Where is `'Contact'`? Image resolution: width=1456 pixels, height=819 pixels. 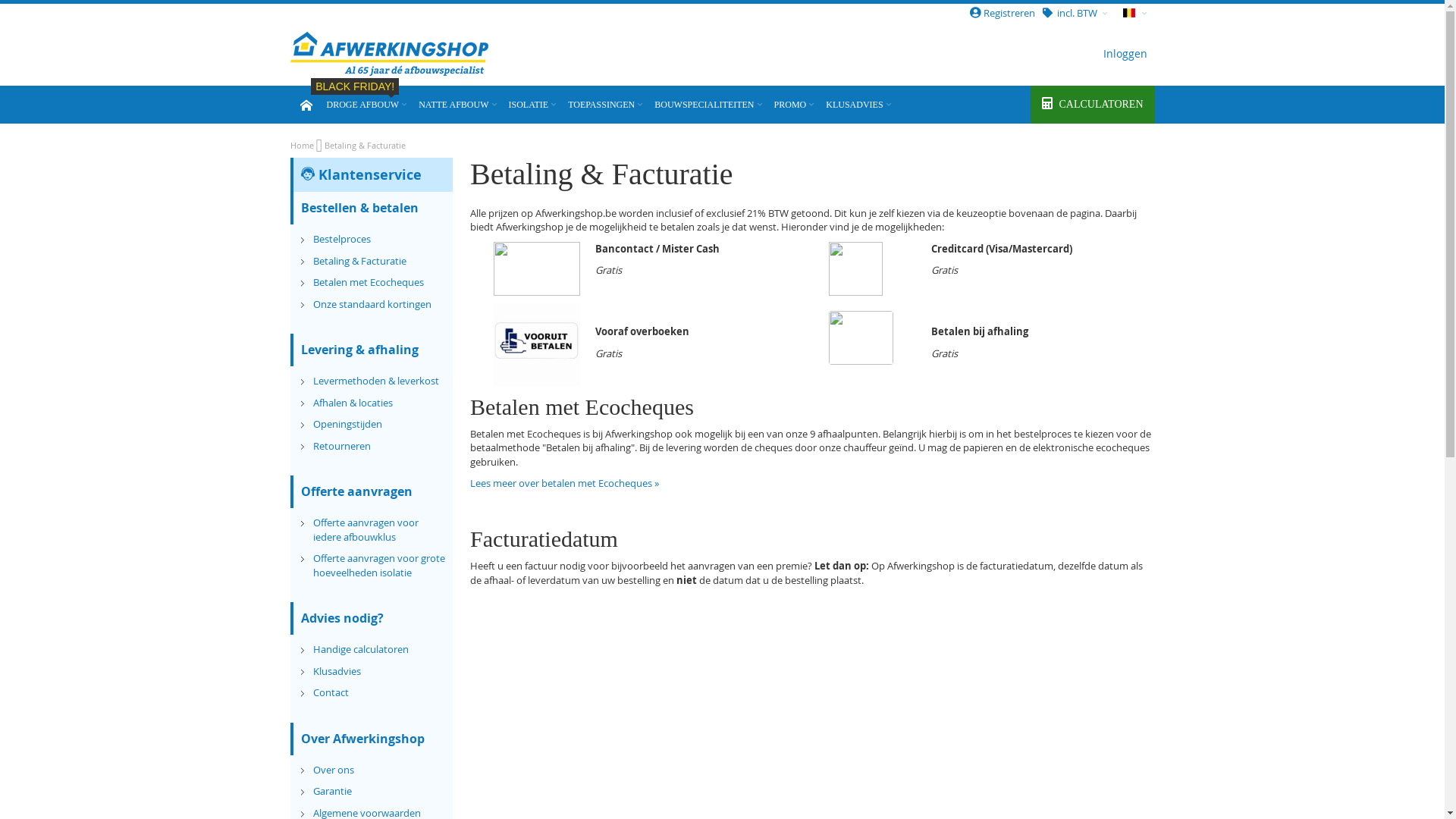 'Contact' is located at coordinates (329, 692).